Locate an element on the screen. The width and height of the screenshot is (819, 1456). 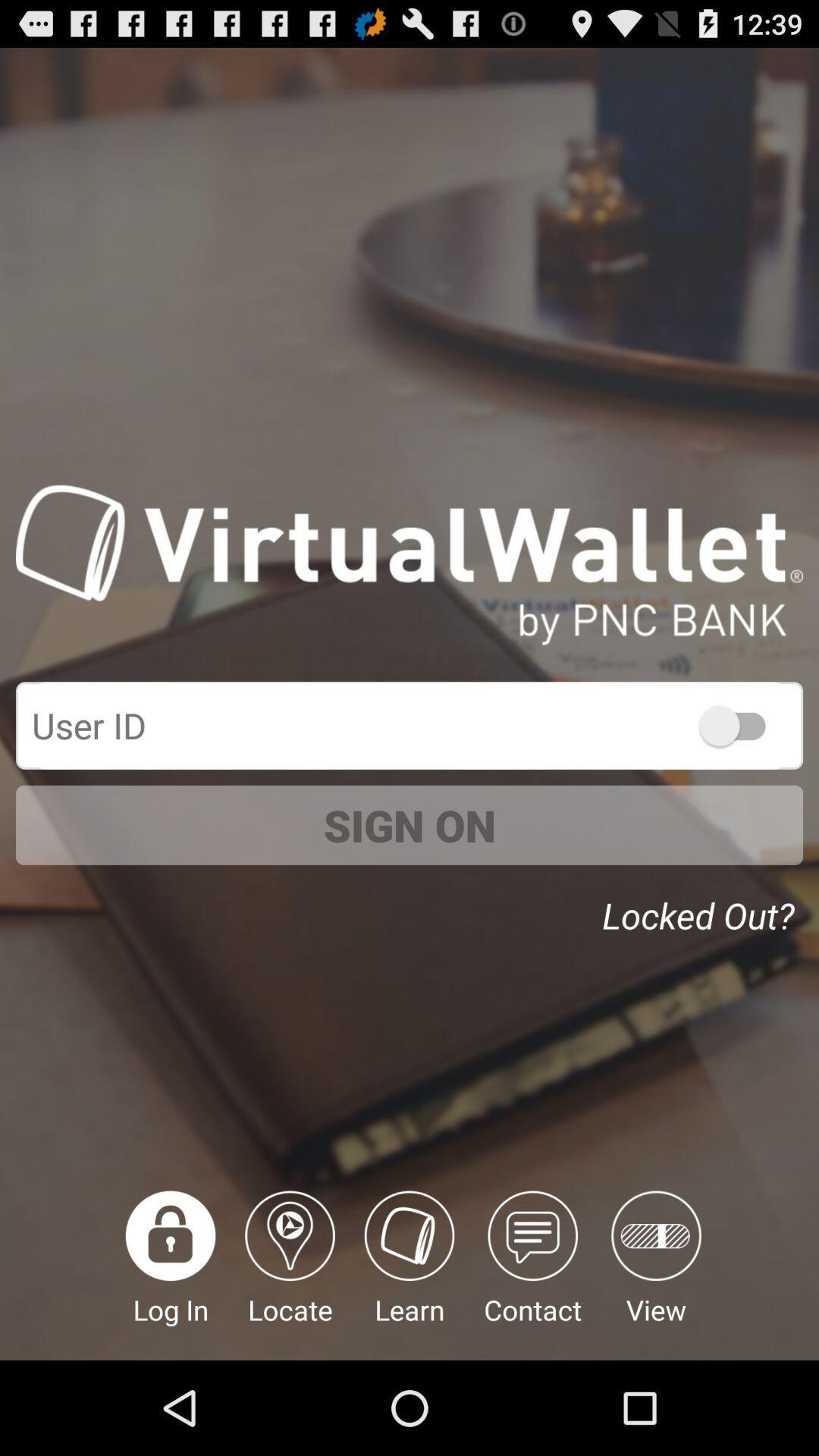
the item below sign on item is located at coordinates (702, 910).